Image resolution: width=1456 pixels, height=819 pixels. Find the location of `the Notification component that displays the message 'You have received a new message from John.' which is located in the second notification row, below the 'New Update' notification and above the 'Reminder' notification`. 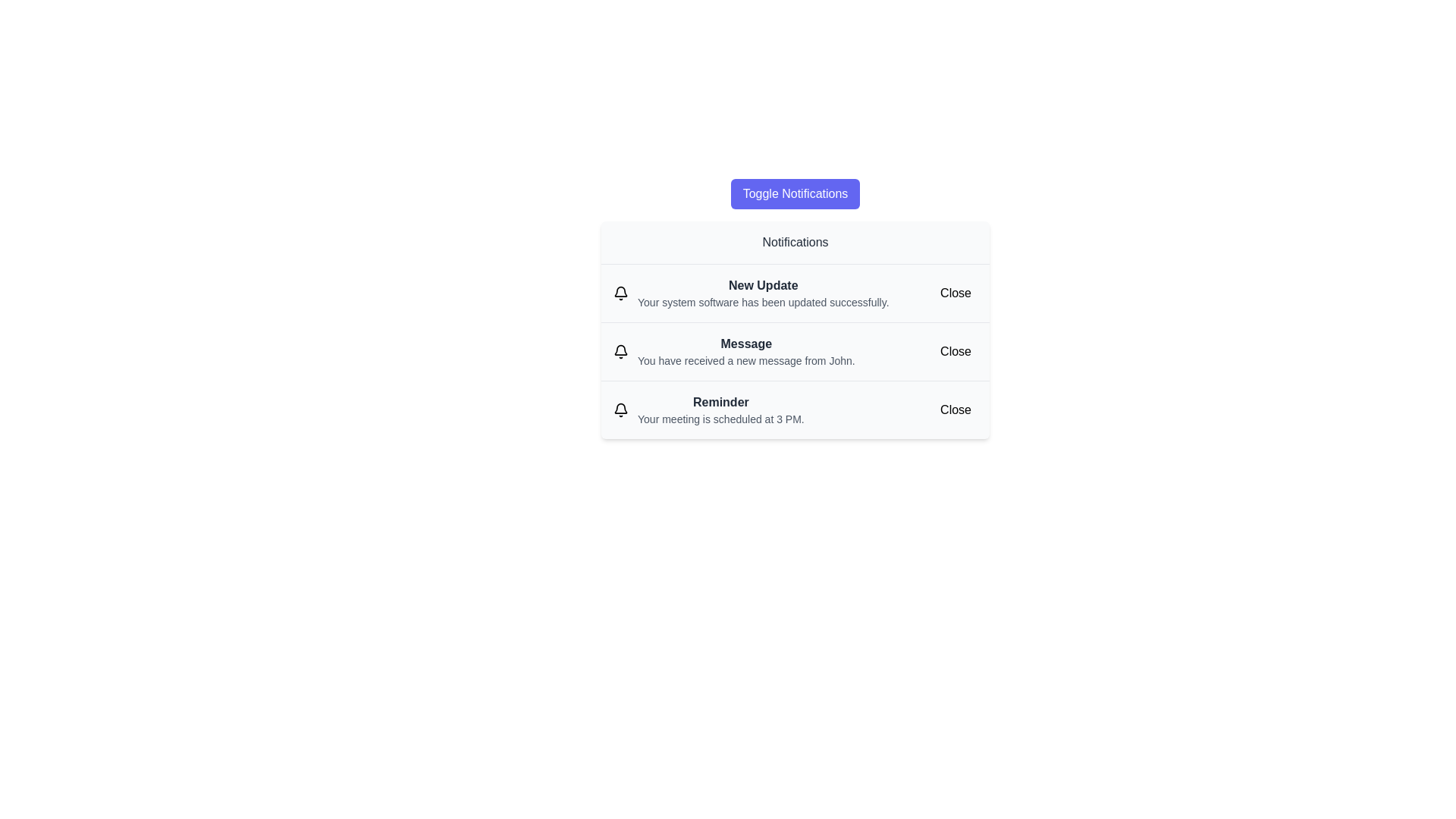

the Notification component that displays the message 'You have received a new message from John.' which is located in the second notification row, below the 'New Update' notification and above the 'Reminder' notification is located at coordinates (746, 351).